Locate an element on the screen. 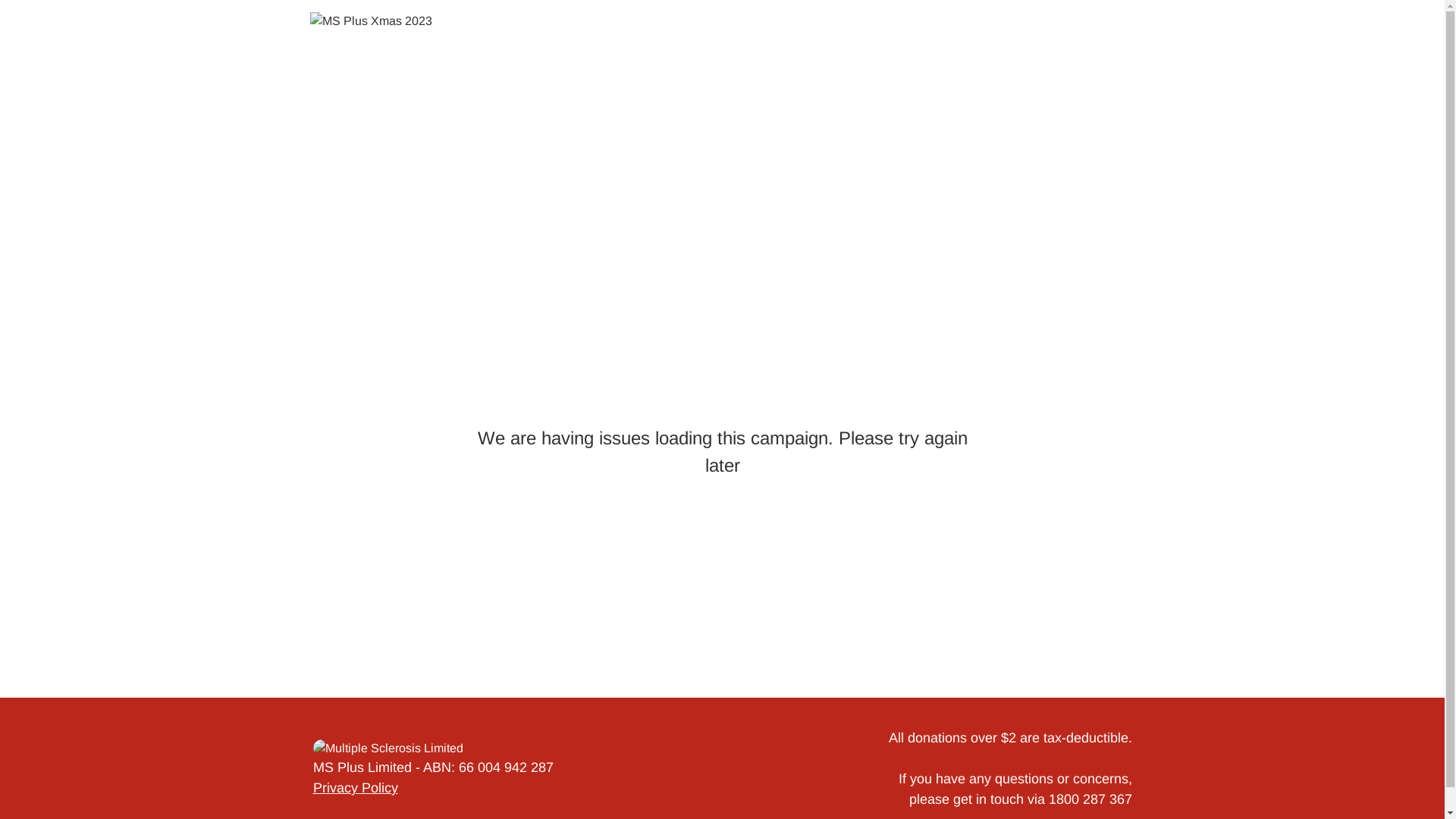  'Privacy Policy' is located at coordinates (353, 786).